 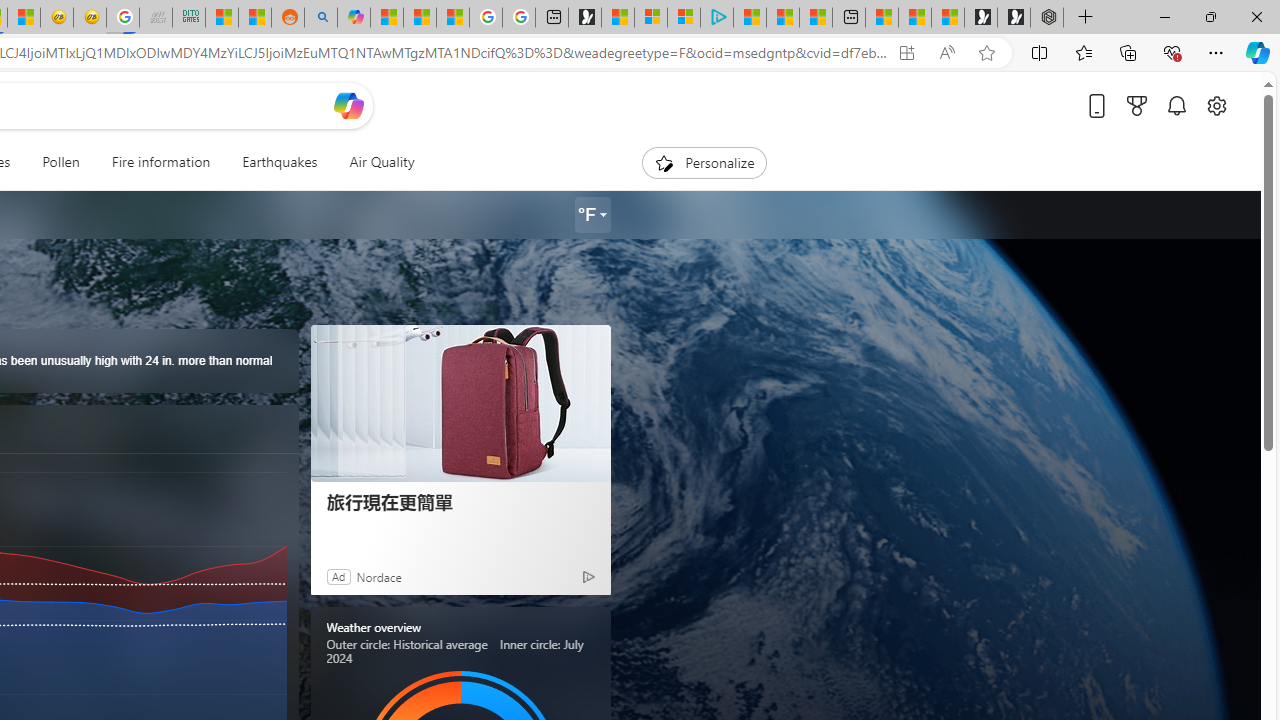 I want to click on 'Pollen', so click(x=60, y=162).